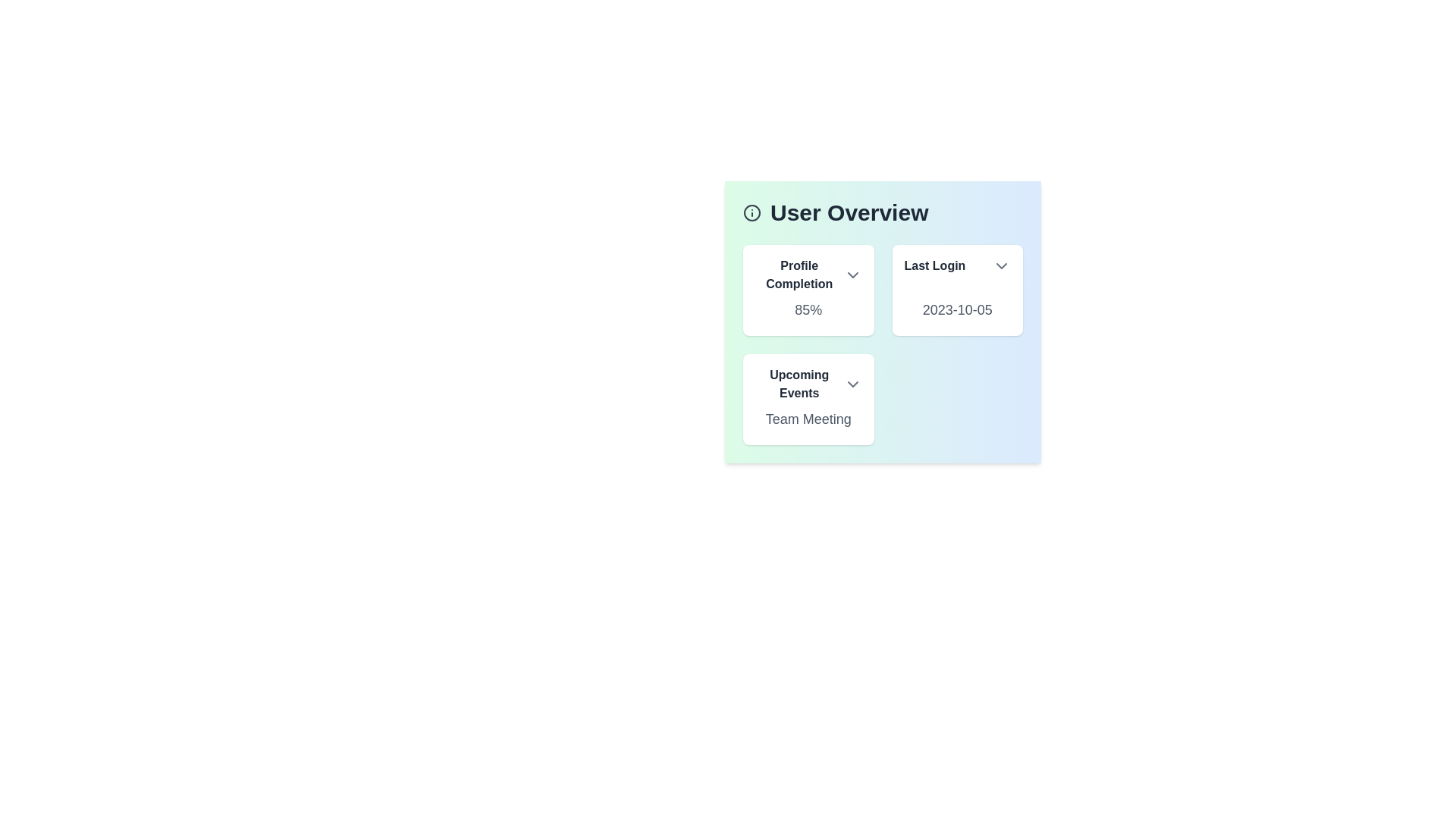 This screenshot has height=819, width=1456. I want to click on the text label displaying the date '2023-10-05', which is located in the bottom-right section of the 'User Overview' under the 'Last Login' box, so click(956, 309).